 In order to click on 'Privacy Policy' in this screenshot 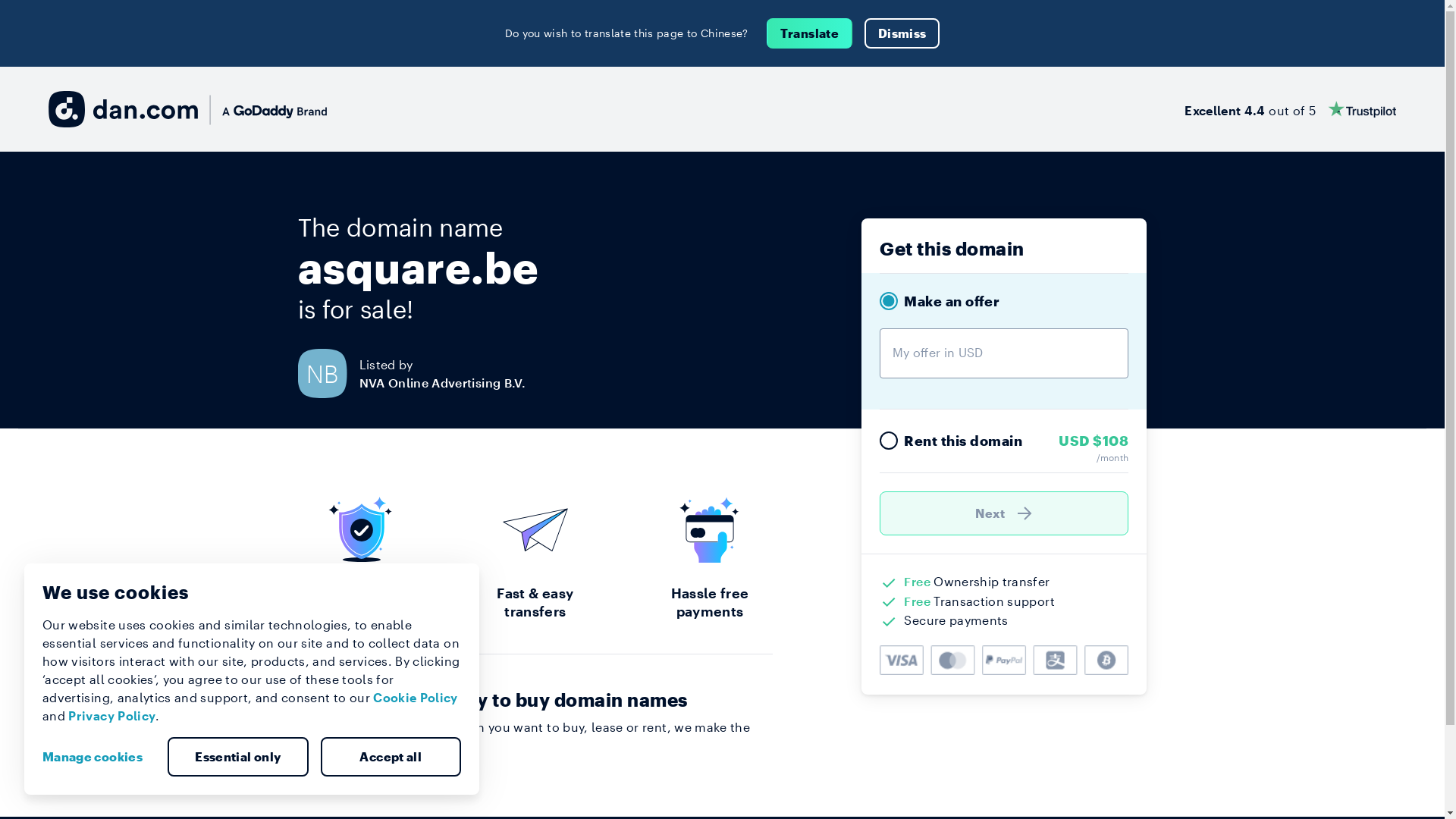, I will do `click(67, 715)`.